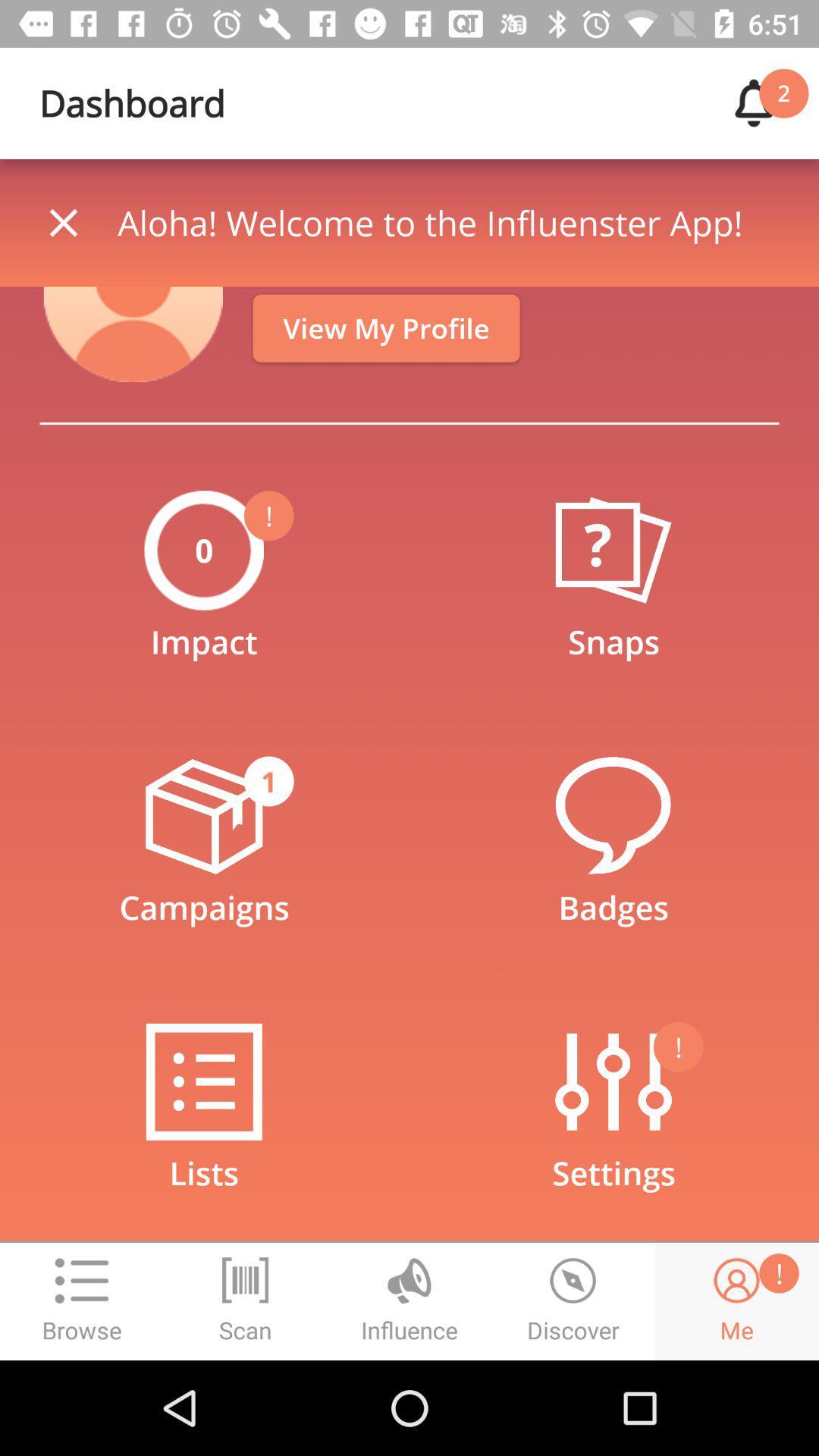 The height and width of the screenshot is (1456, 819). I want to click on the time icon, so click(573, 1301).